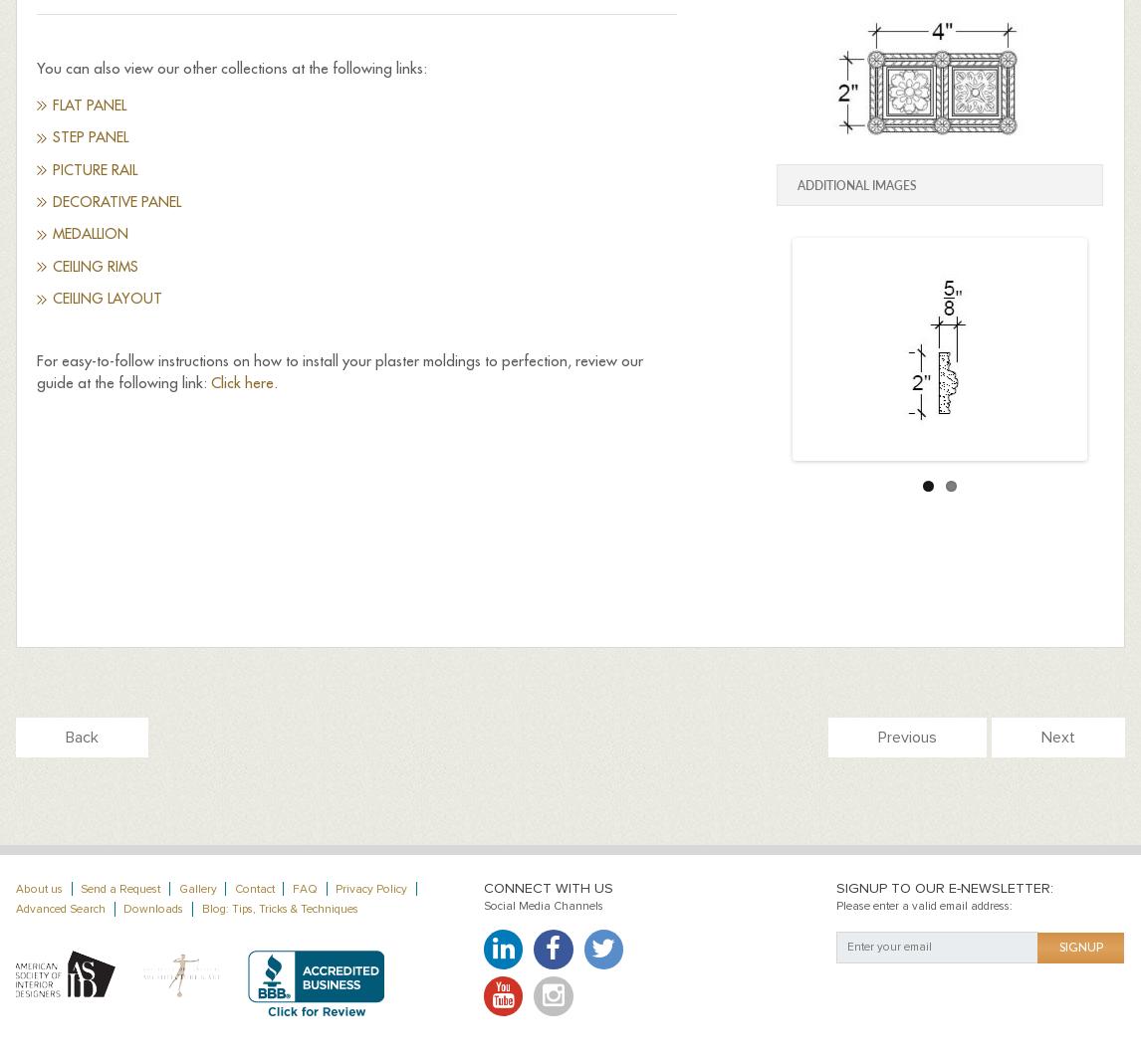 This screenshot has width=1141, height=1064. What do you see at coordinates (90, 137) in the screenshot?
I see `'Step Panel'` at bounding box center [90, 137].